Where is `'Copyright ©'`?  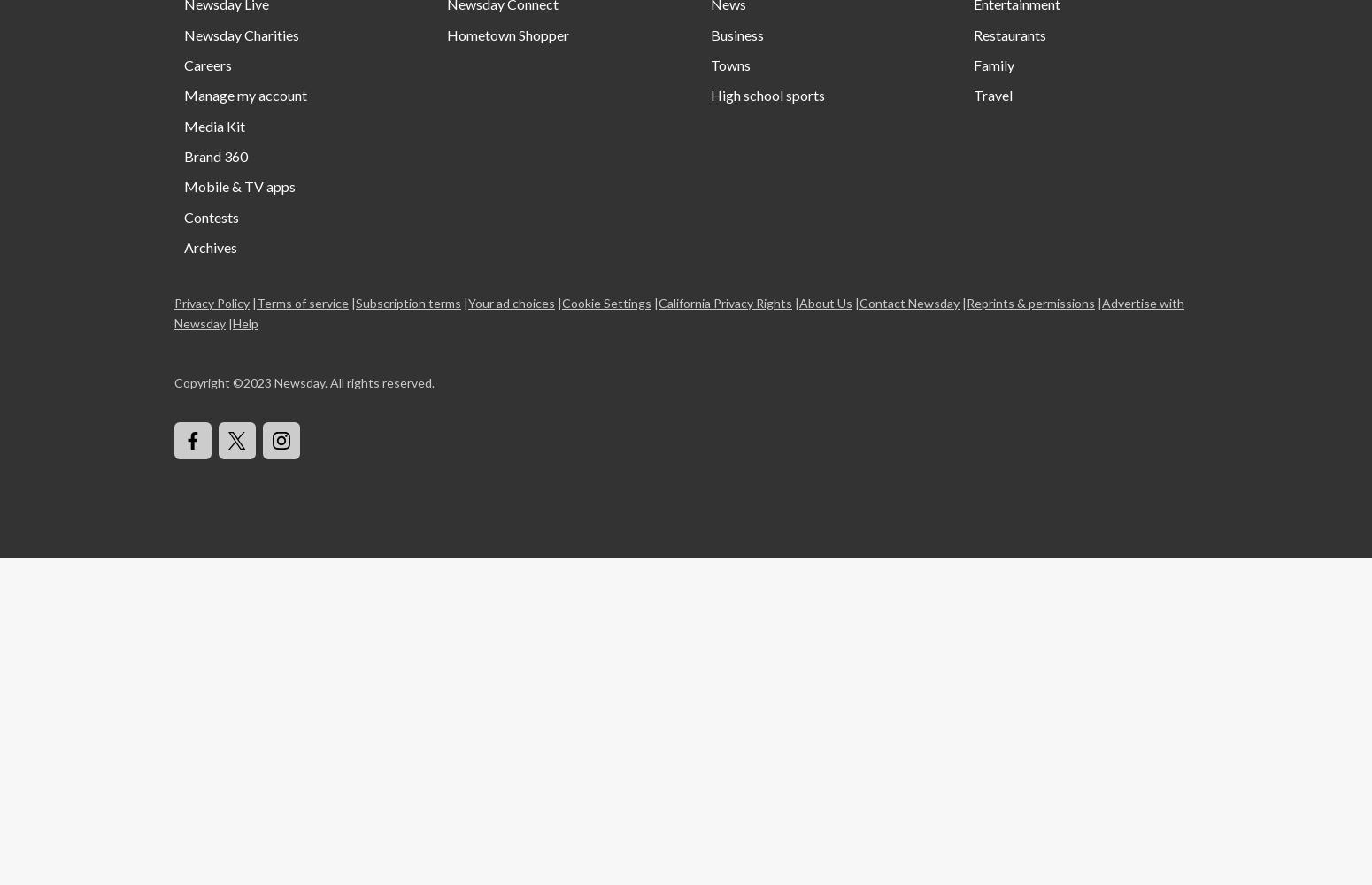
'Copyright ©' is located at coordinates (173, 381).